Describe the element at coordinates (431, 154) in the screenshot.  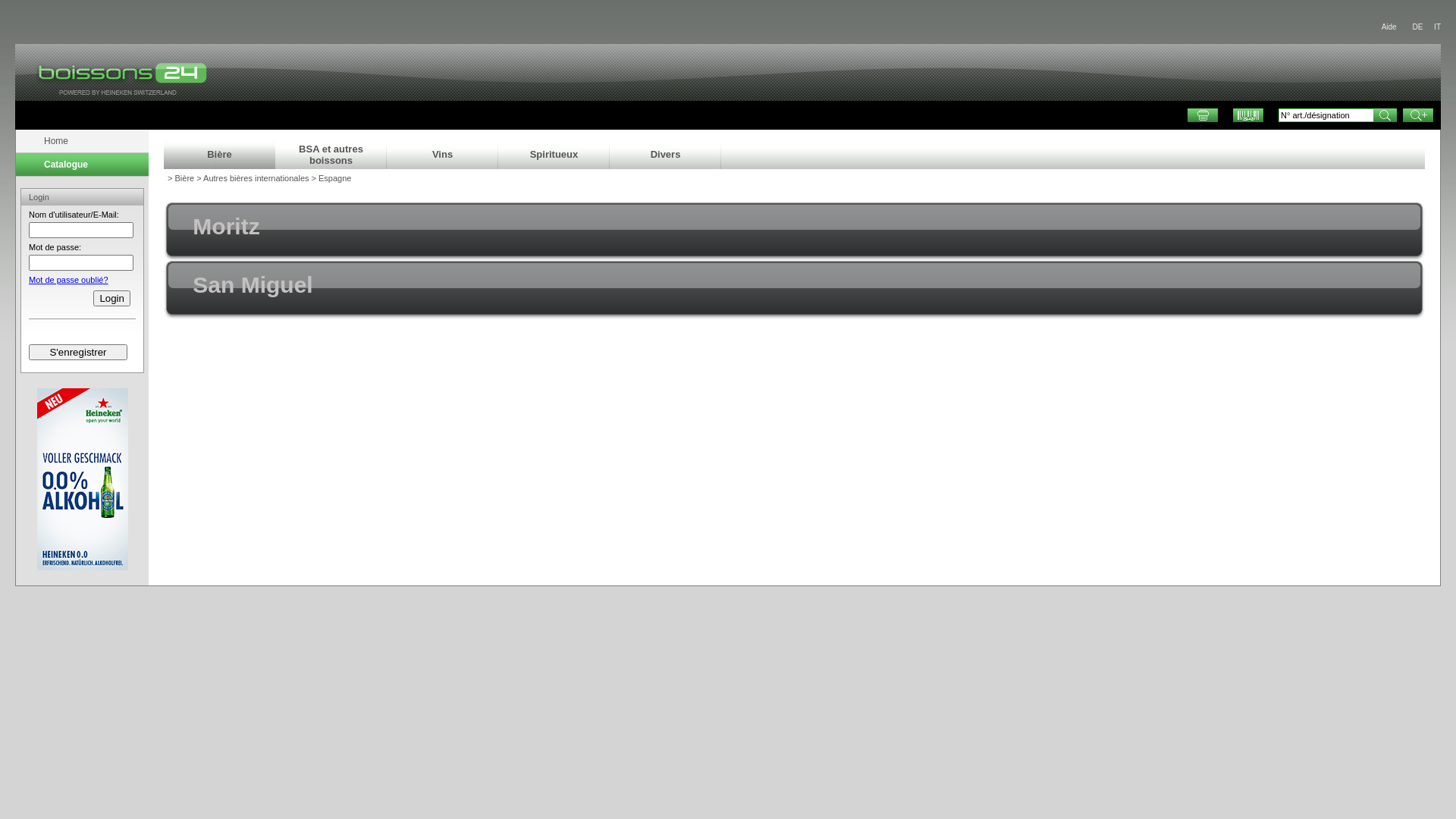
I see `'Vins'` at that location.